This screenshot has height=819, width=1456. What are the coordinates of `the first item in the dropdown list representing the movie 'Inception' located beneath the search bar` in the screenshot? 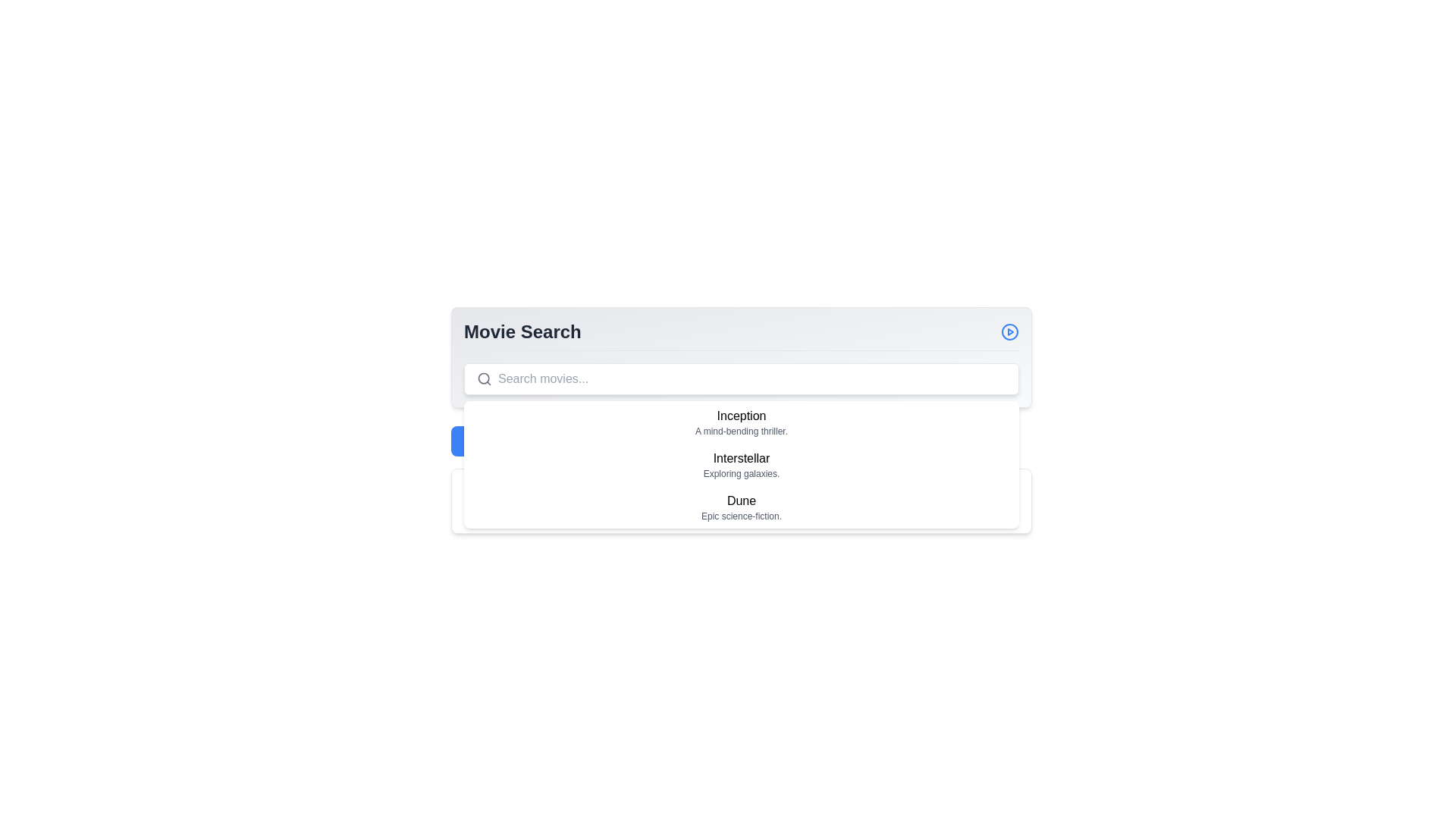 It's located at (742, 422).